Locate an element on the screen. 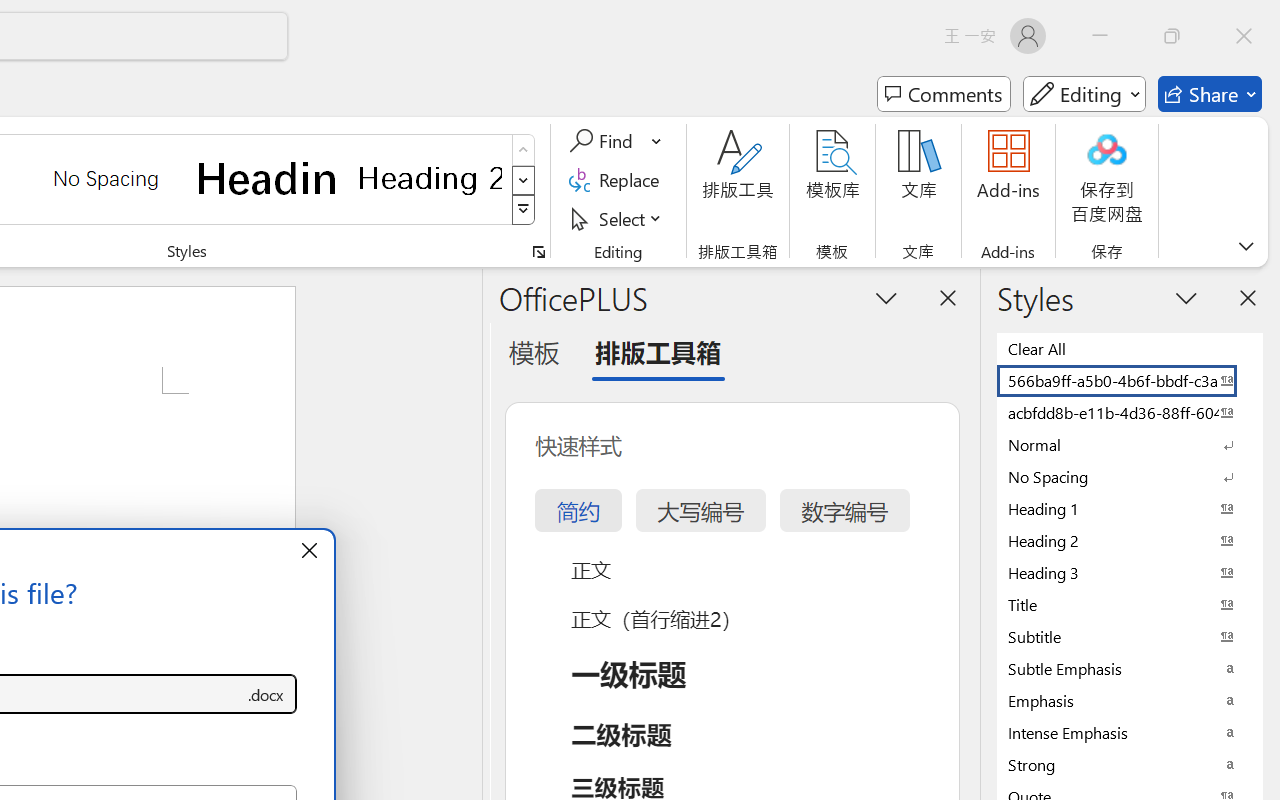 The image size is (1280, 800). 'Share' is located at coordinates (1209, 94).